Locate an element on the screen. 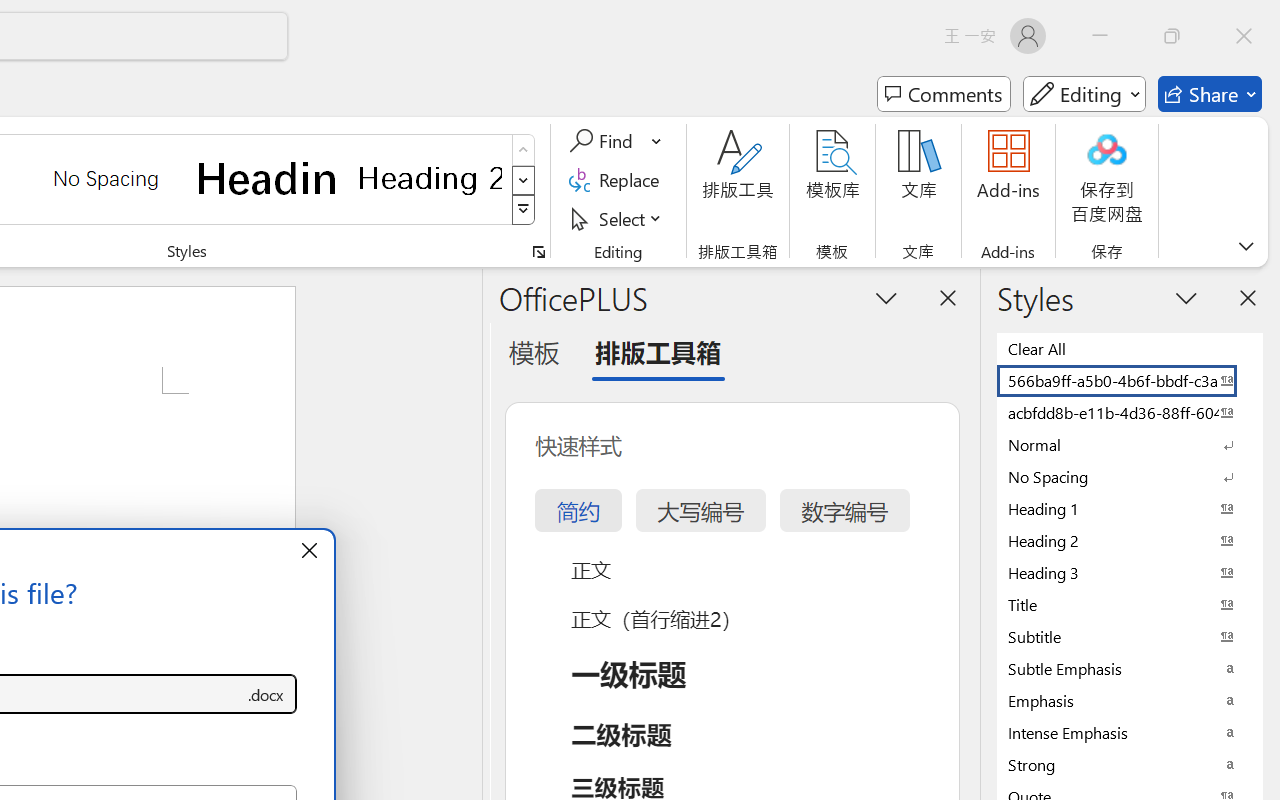 The image size is (1280, 800). 'Share' is located at coordinates (1209, 94).